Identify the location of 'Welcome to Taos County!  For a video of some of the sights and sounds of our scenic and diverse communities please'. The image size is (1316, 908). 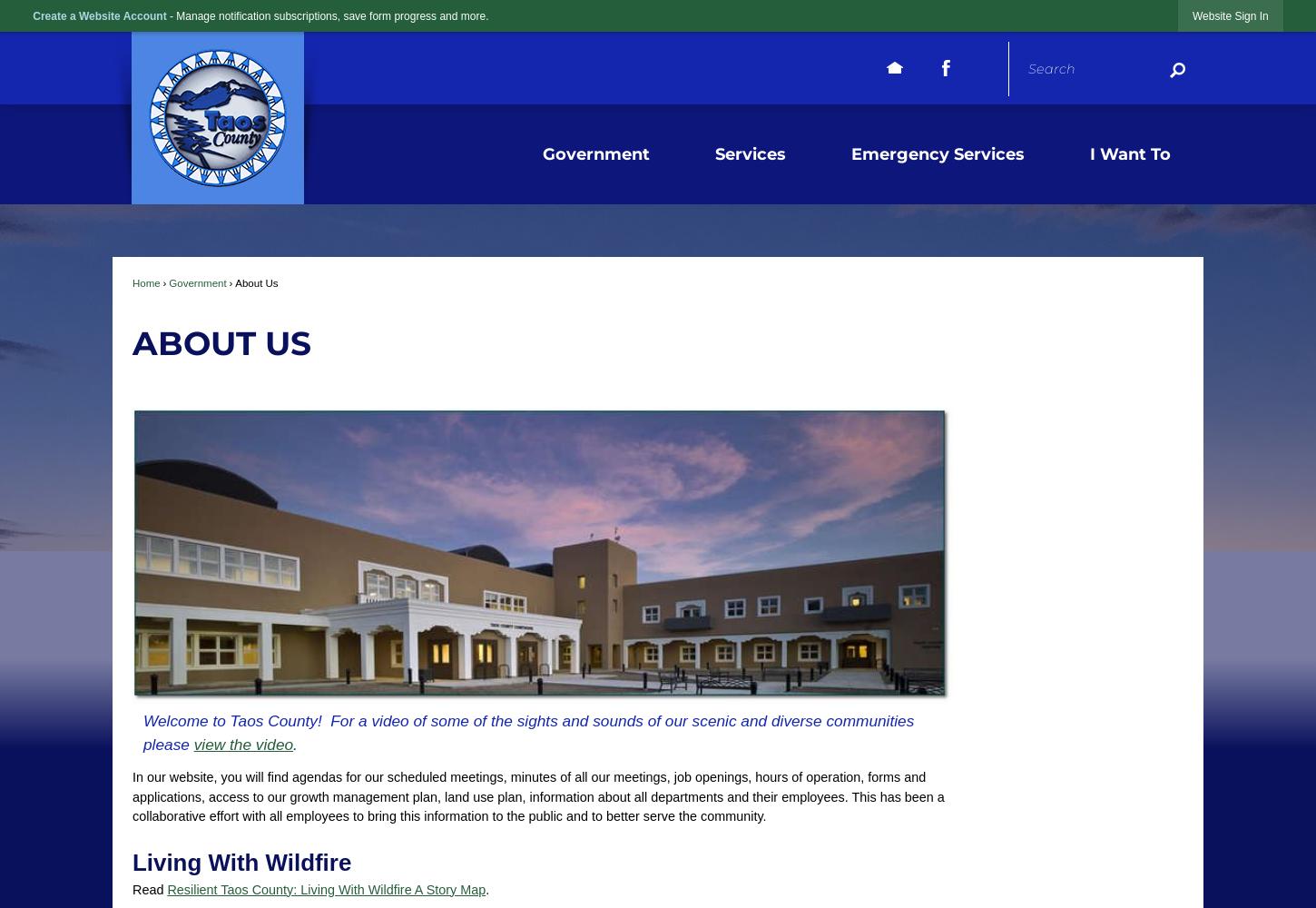
(142, 732).